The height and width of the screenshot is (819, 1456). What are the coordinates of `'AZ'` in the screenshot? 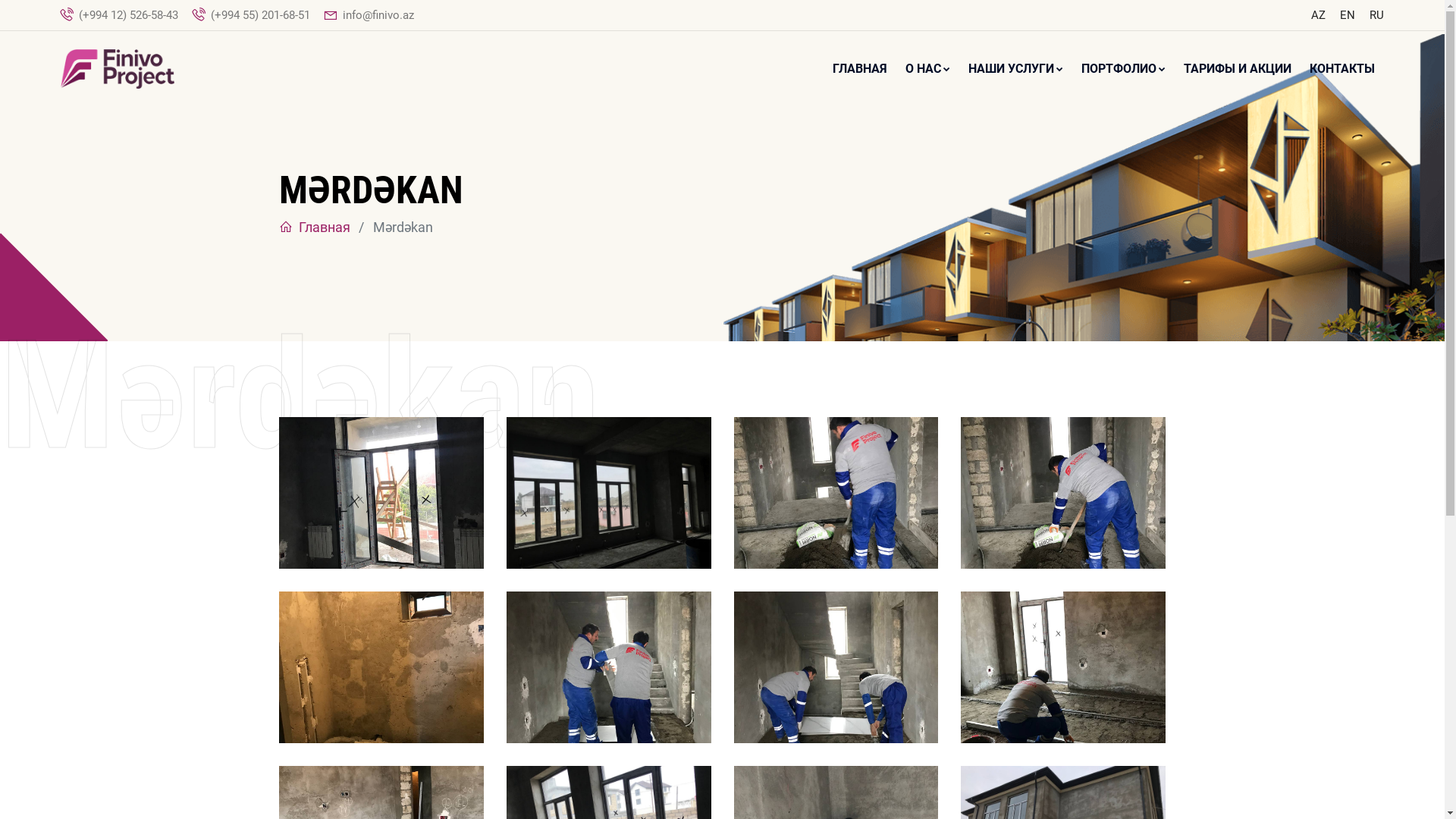 It's located at (1317, 14).